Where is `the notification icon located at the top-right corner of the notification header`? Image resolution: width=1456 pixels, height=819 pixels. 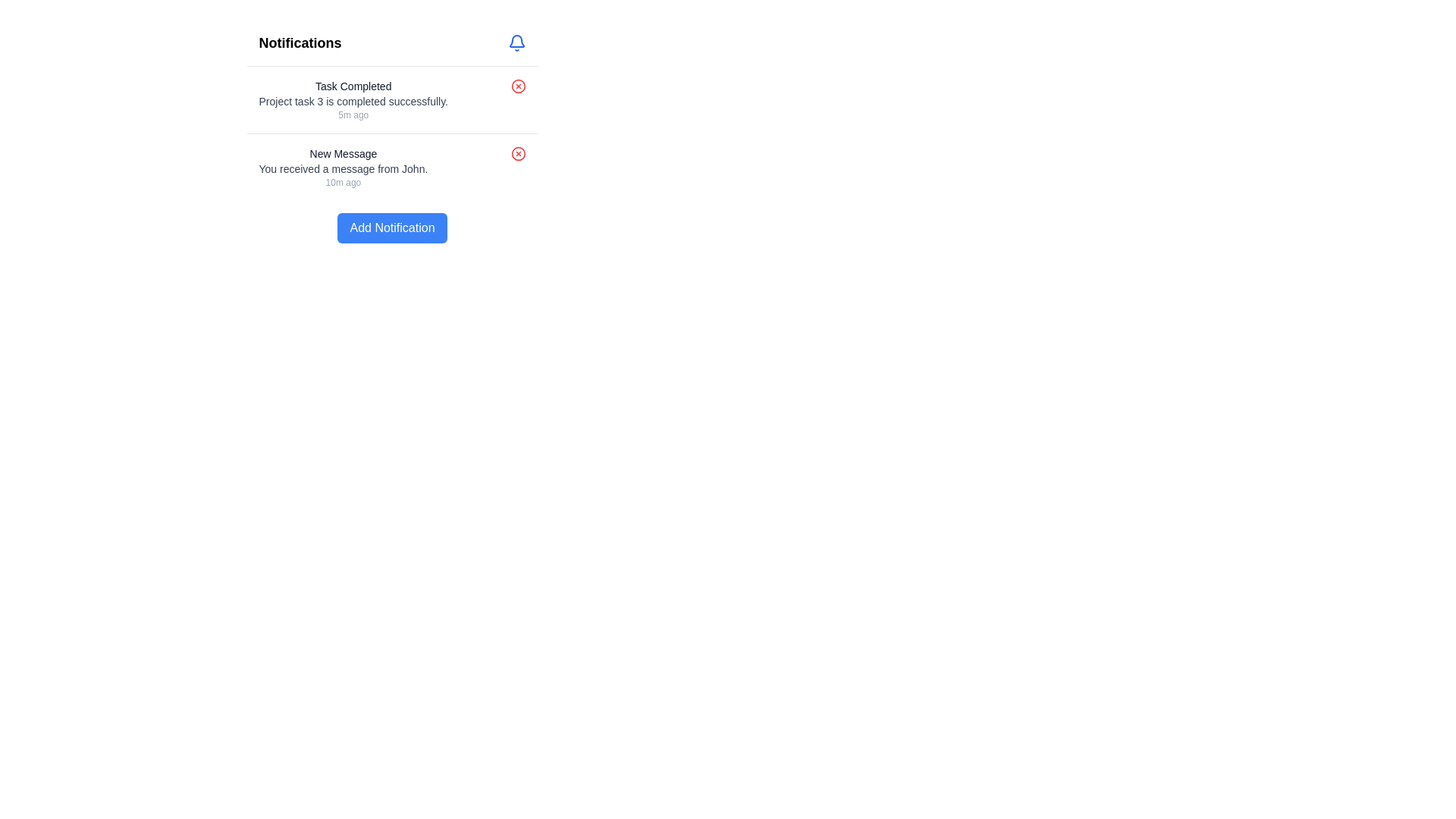 the notification icon located at the top-right corner of the notification header is located at coordinates (516, 42).